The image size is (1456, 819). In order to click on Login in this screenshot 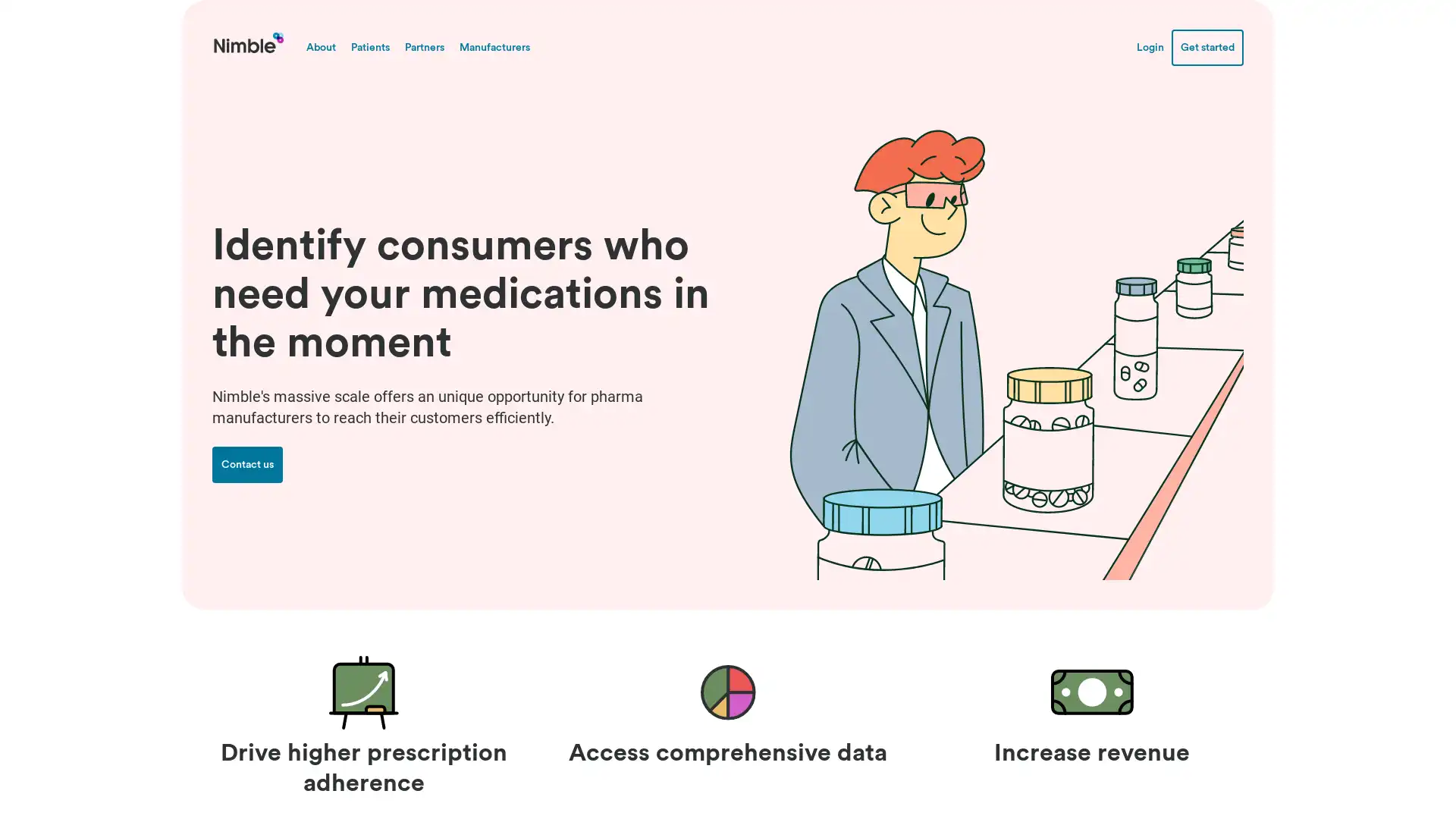, I will do `click(1150, 45)`.